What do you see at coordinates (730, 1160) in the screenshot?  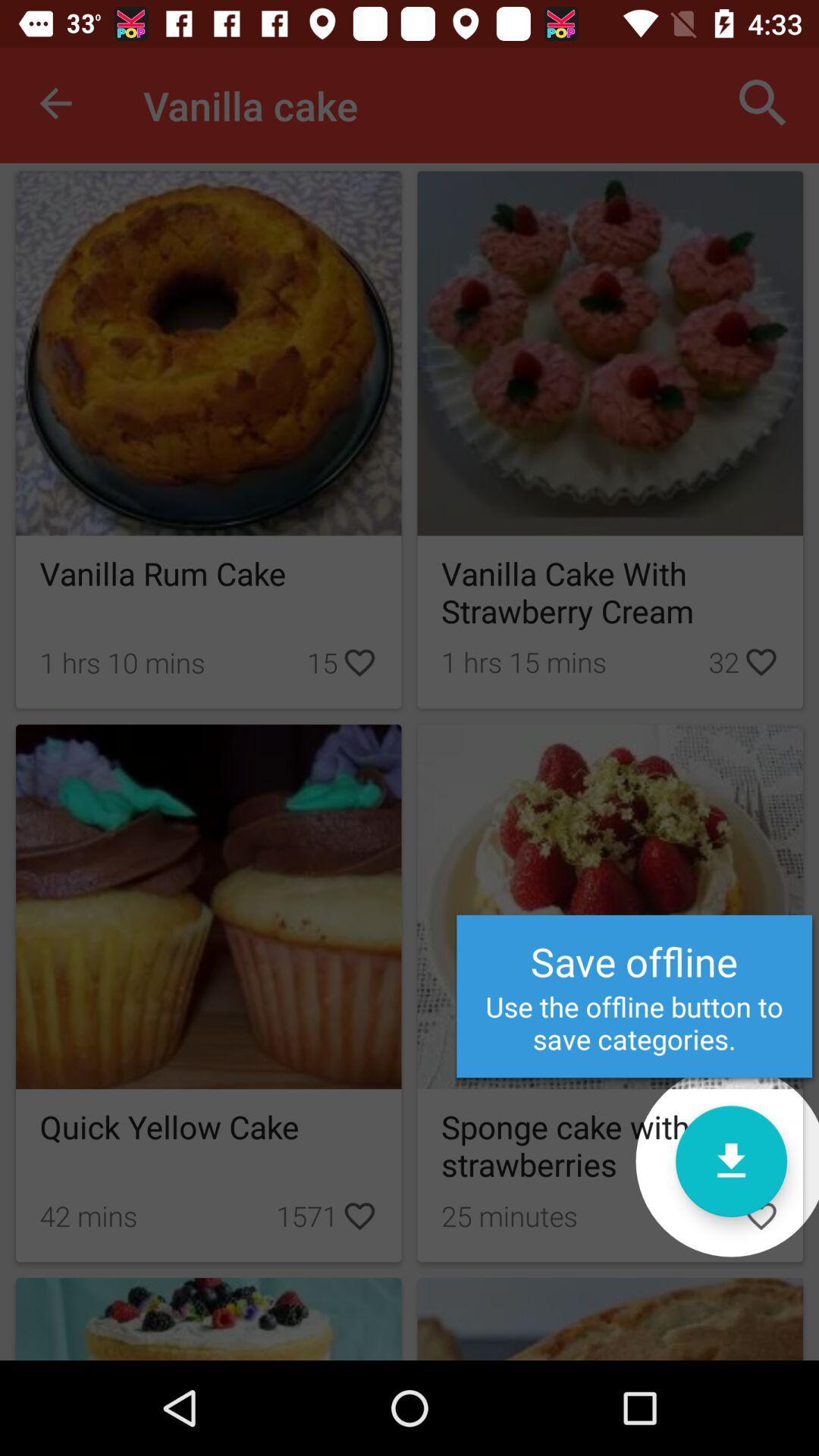 I see `the item to the right of the quick yellow cake` at bounding box center [730, 1160].